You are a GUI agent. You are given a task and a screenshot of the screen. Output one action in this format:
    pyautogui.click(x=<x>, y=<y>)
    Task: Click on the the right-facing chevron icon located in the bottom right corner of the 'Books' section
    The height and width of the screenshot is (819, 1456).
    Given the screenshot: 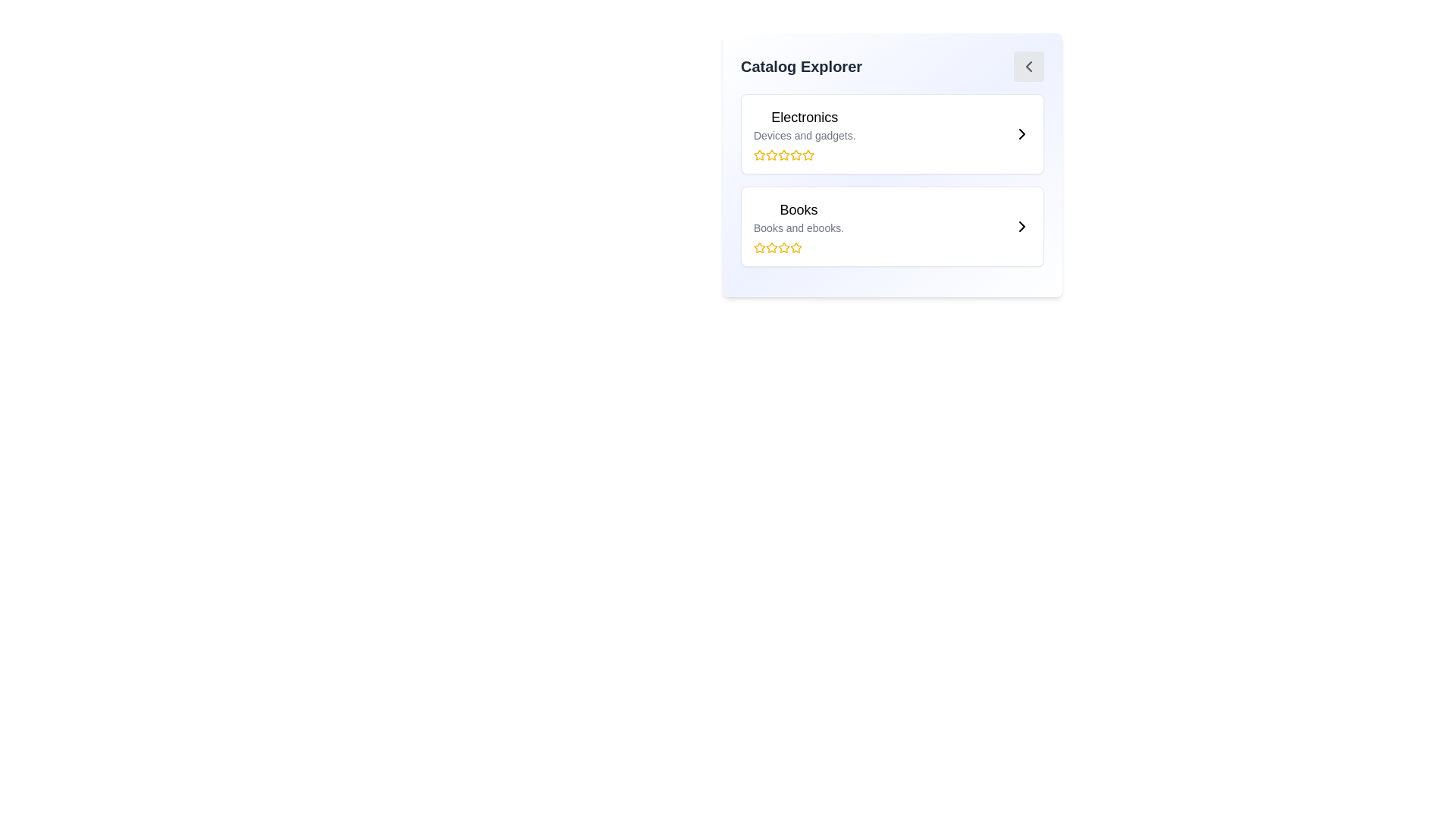 What is the action you would take?
    pyautogui.click(x=1022, y=227)
    